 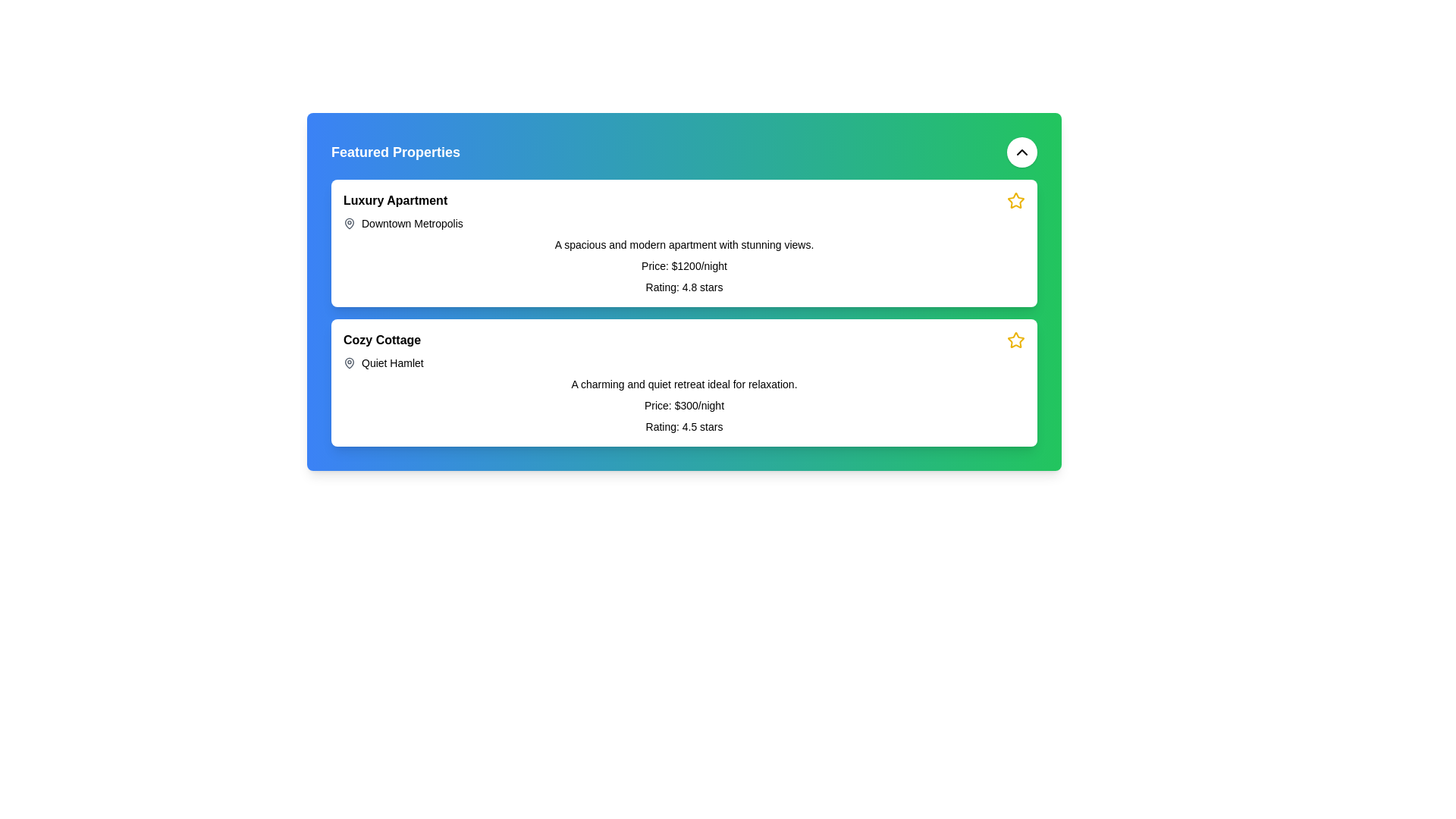 I want to click on the text label displaying 'Rating: 4.5 stars' located within the 'Cozy Cottage' card, positioned at the bottom and centered within the card, so click(x=683, y=427).